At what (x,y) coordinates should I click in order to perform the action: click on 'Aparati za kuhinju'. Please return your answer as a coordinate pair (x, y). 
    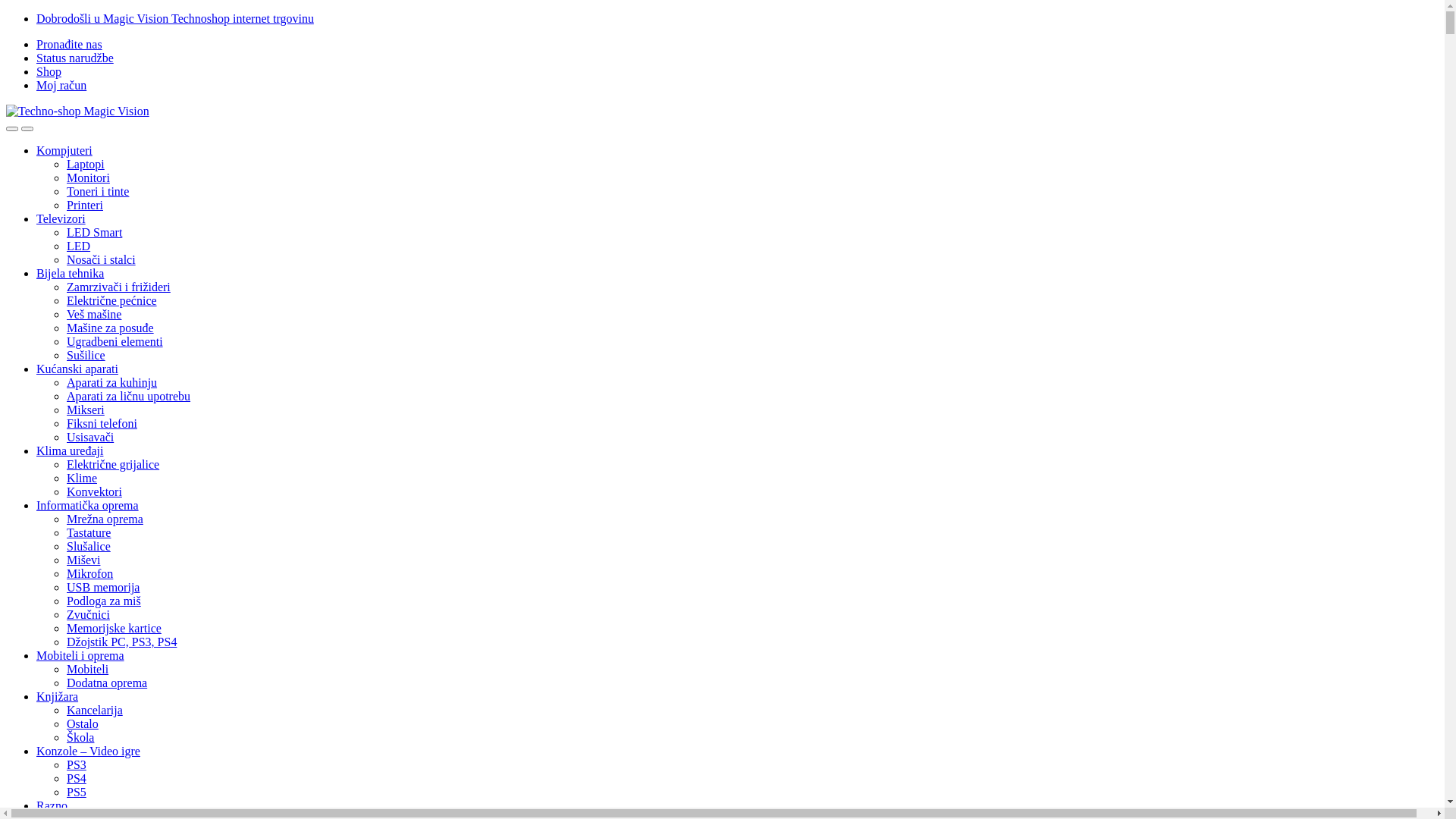
    Looking at the image, I should click on (65, 381).